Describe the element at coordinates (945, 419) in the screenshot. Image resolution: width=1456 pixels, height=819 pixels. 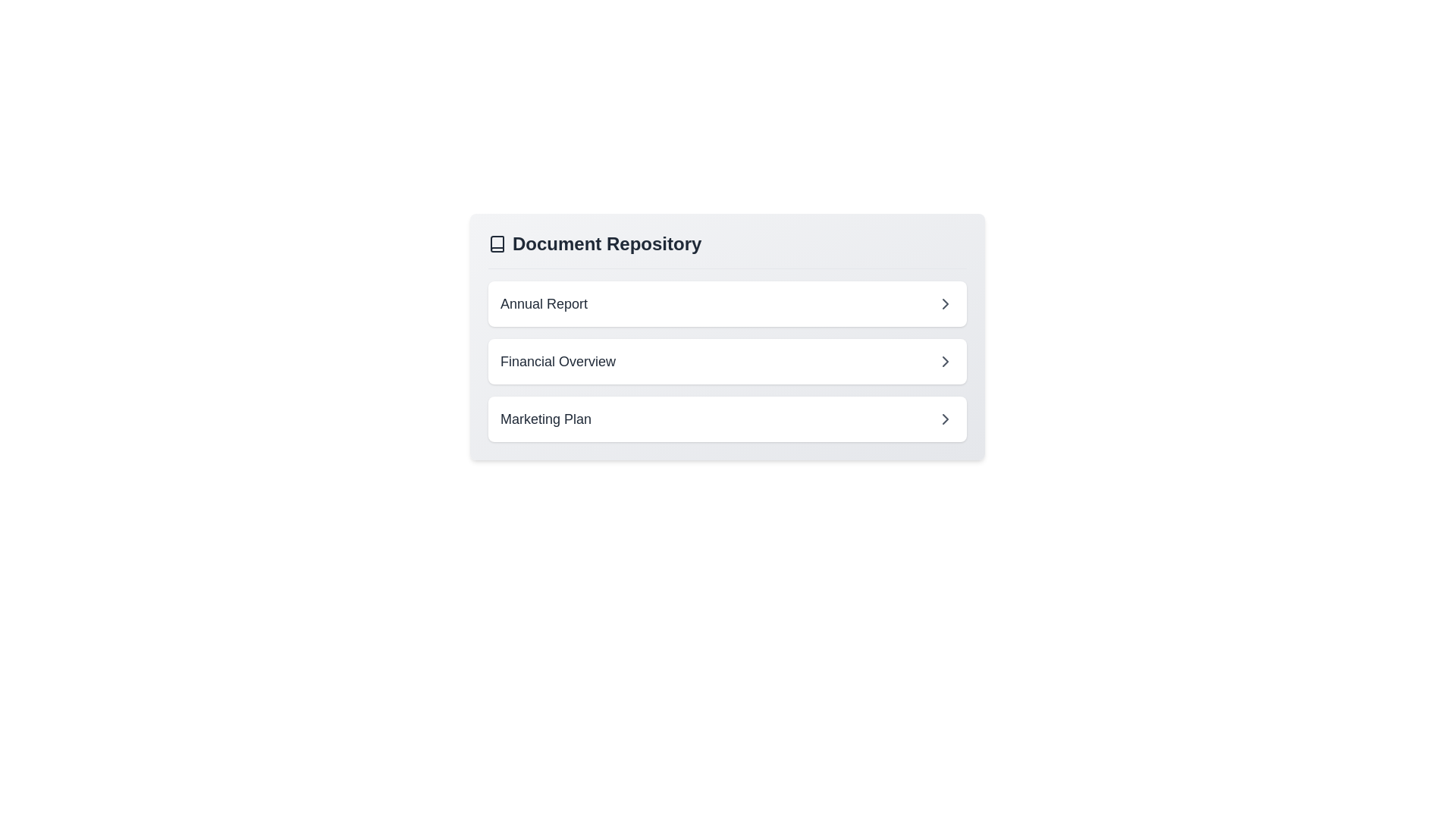
I see `the right-pointing chevron icon next to the 'Marketing Plan' text to observe any interactive effects` at that location.